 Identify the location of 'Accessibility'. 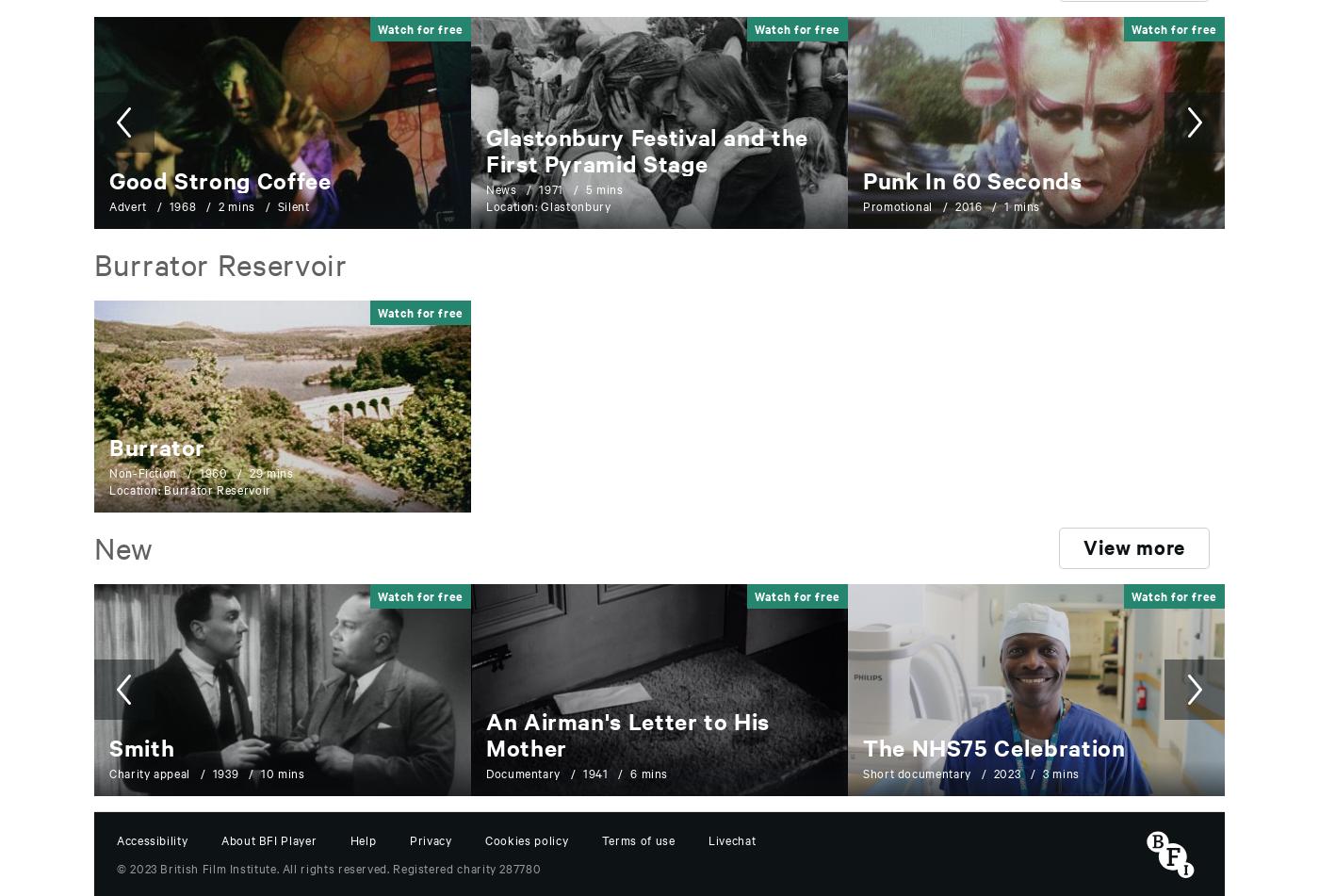
(116, 838).